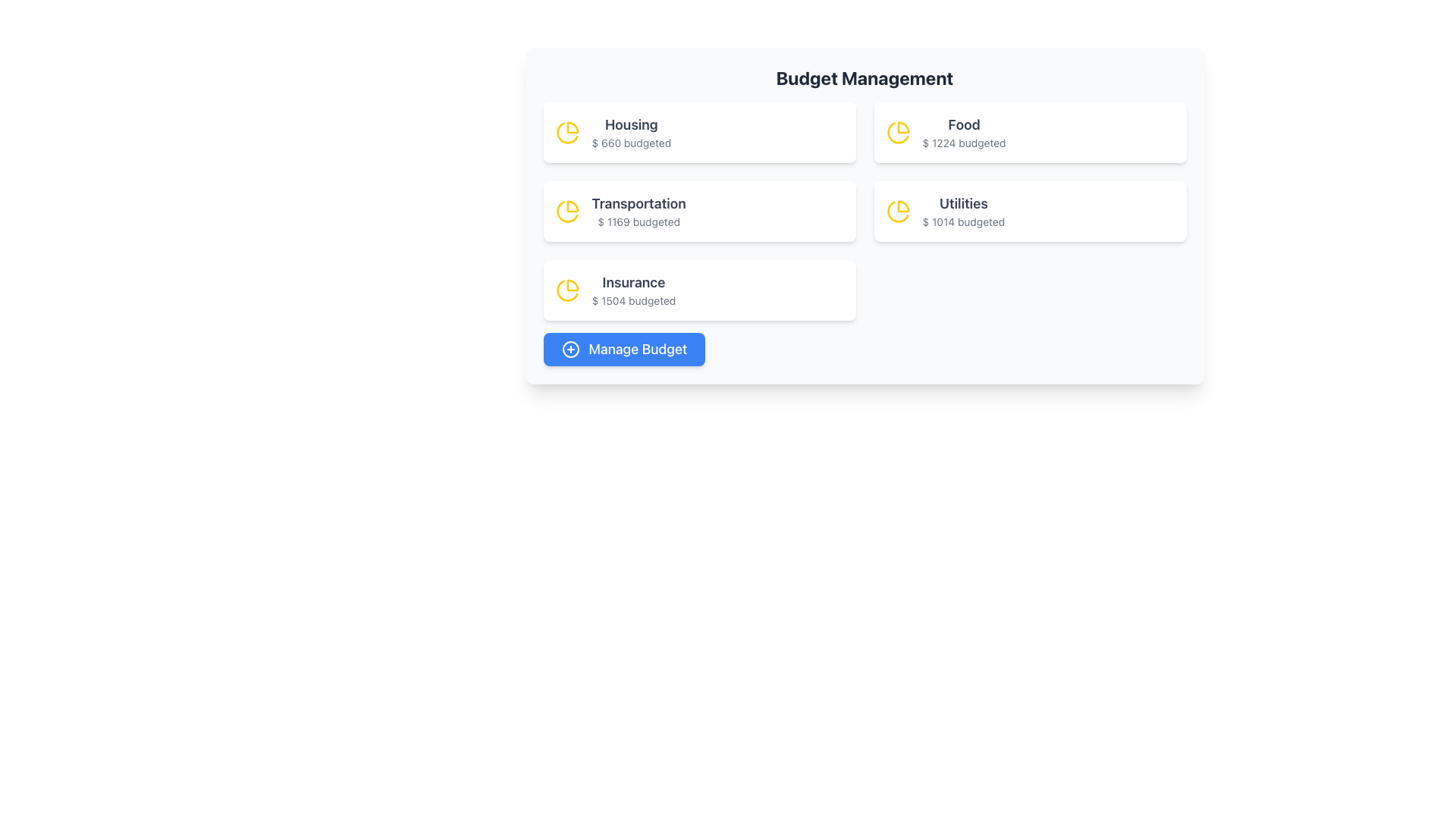 The width and height of the screenshot is (1456, 819). What do you see at coordinates (572, 206) in the screenshot?
I see `the right-side segment of the pie chart icon representing the 'Transportation' budget category` at bounding box center [572, 206].